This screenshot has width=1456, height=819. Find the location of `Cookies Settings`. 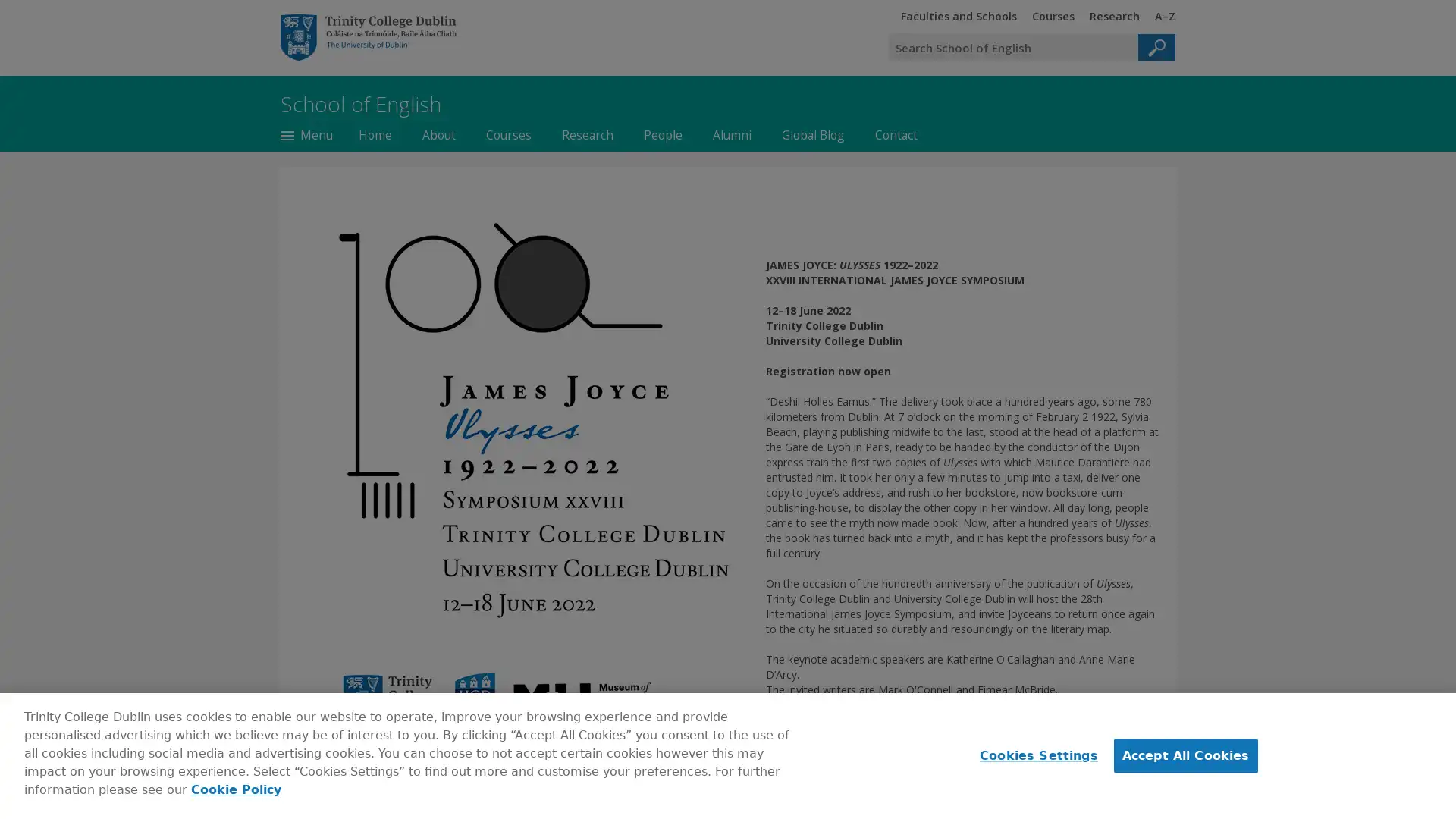

Cookies Settings is located at coordinates (1034, 755).